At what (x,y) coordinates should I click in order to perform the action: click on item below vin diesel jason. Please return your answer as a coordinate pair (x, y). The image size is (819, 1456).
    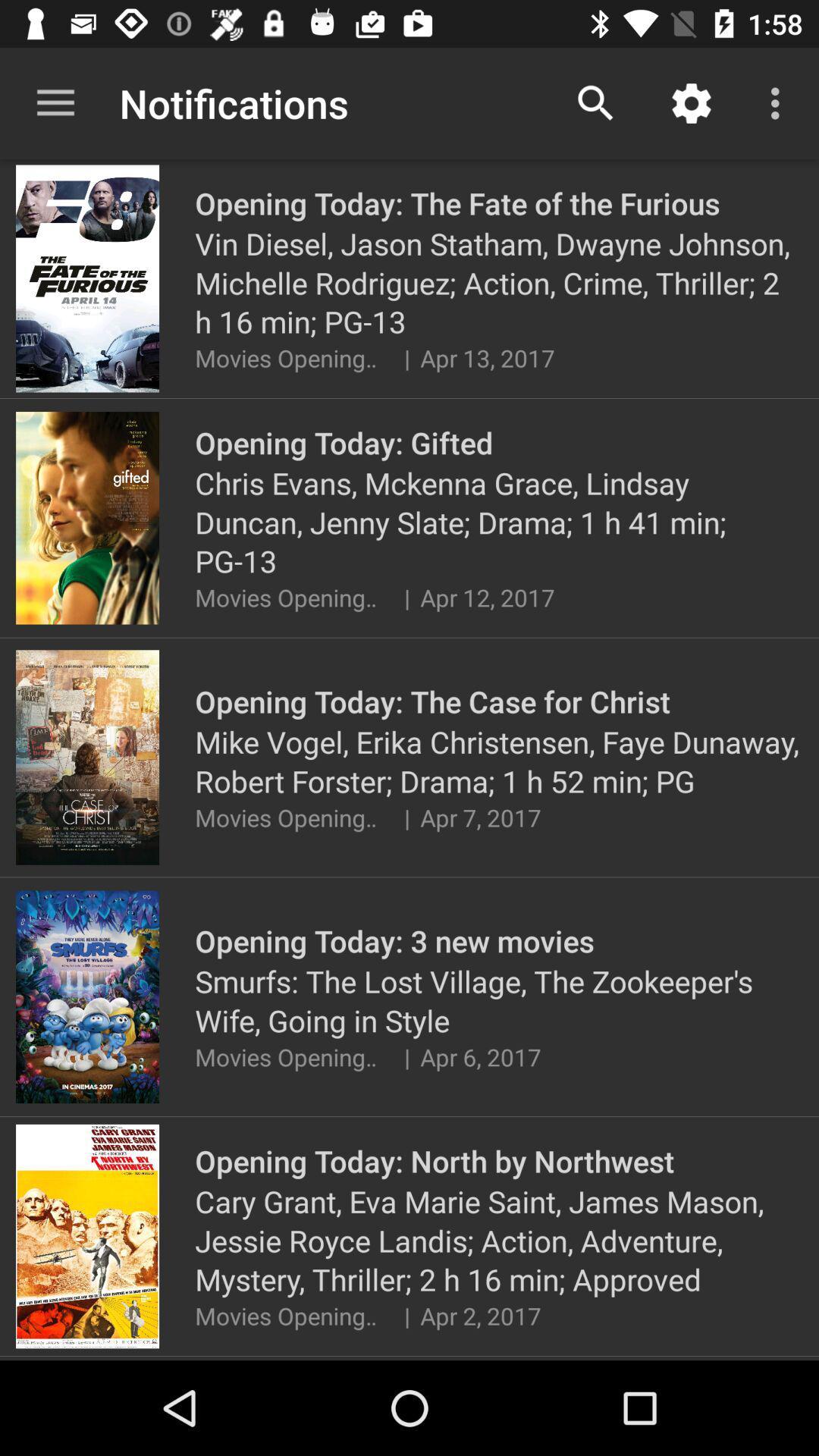
    Looking at the image, I should click on (406, 357).